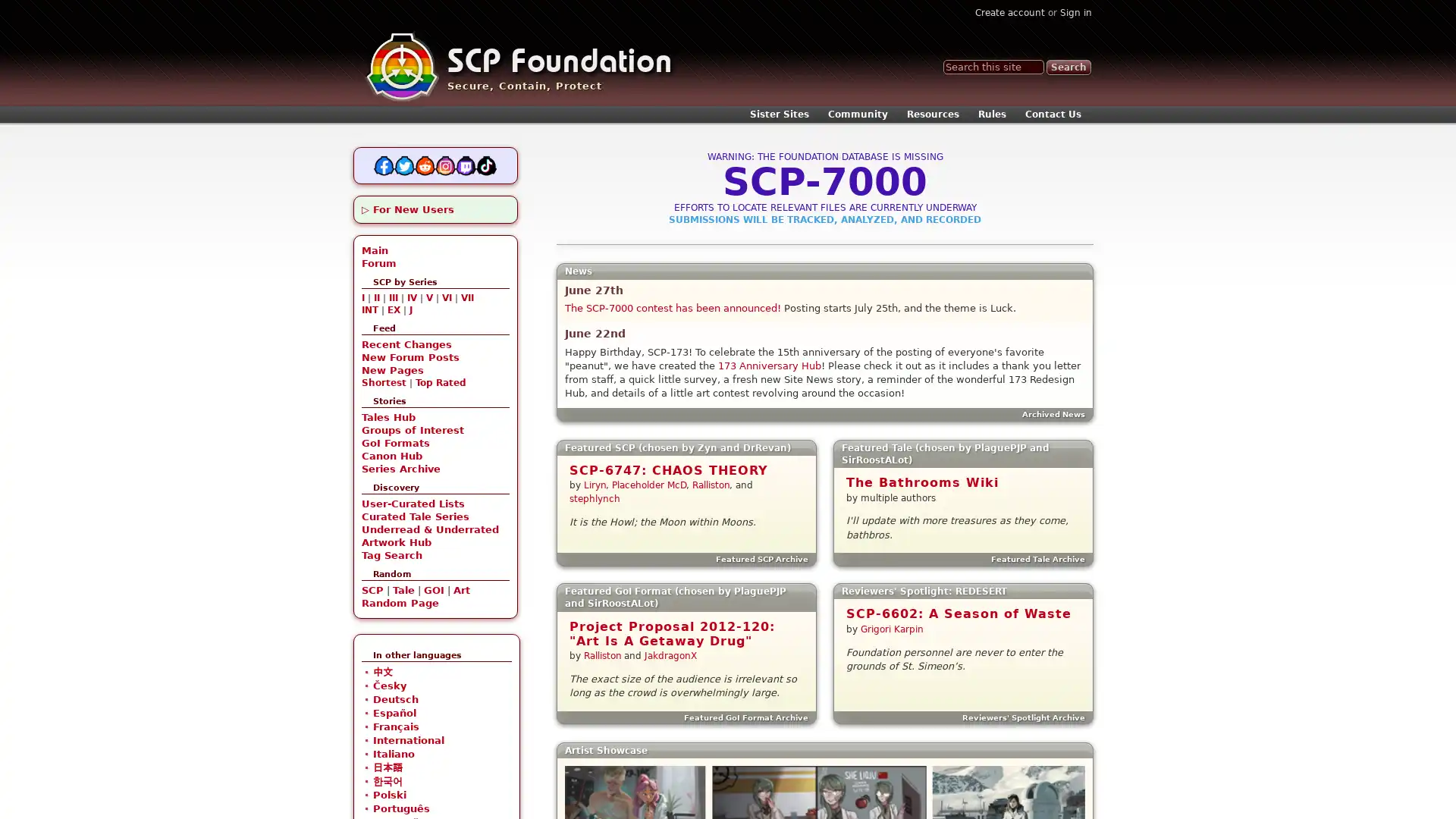 The width and height of the screenshot is (1456, 819). Describe the element at coordinates (1068, 66) in the screenshot. I see `Search` at that location.